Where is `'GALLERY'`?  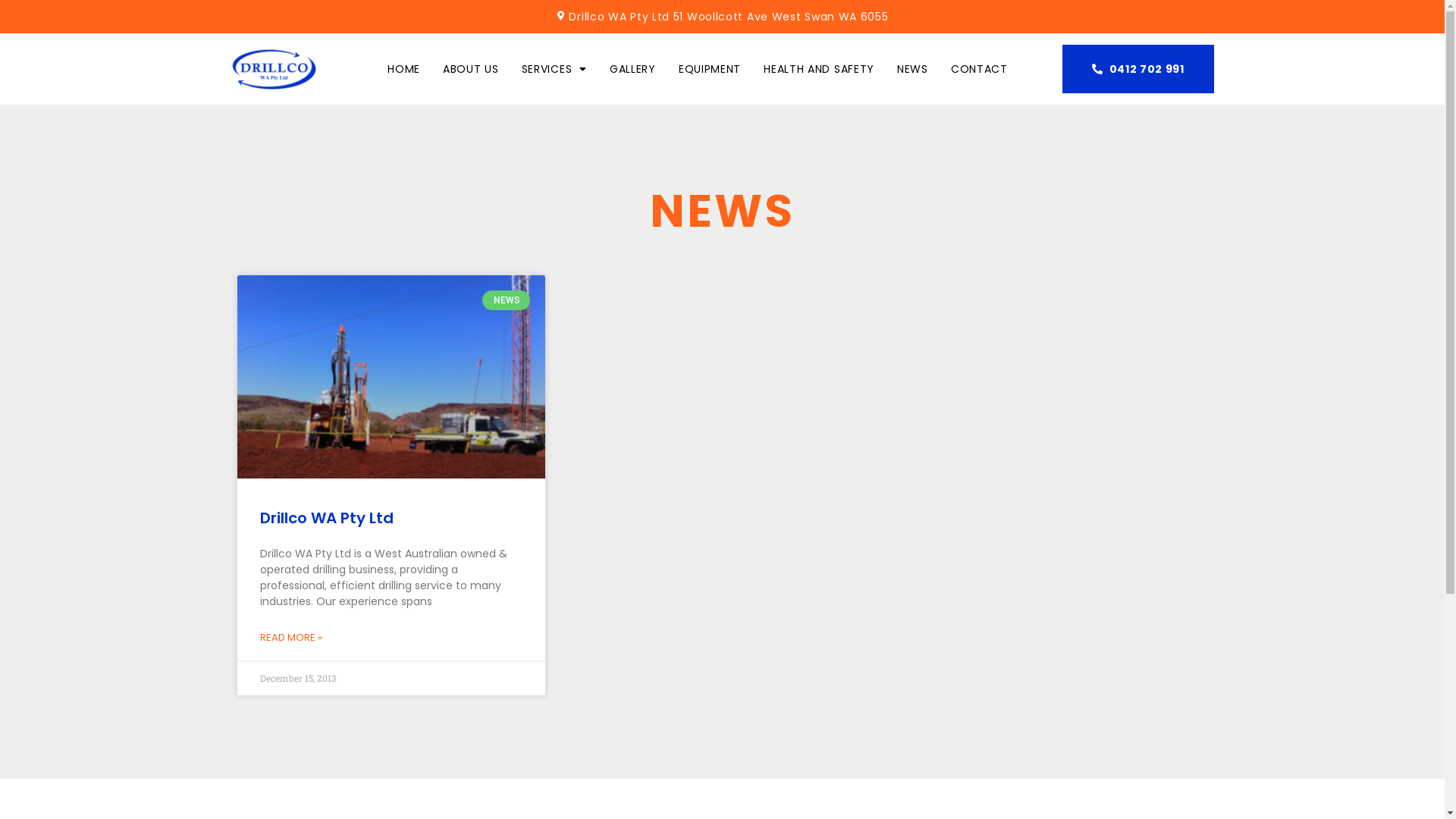
'GALLERY' is located at coordinates (632, 69).